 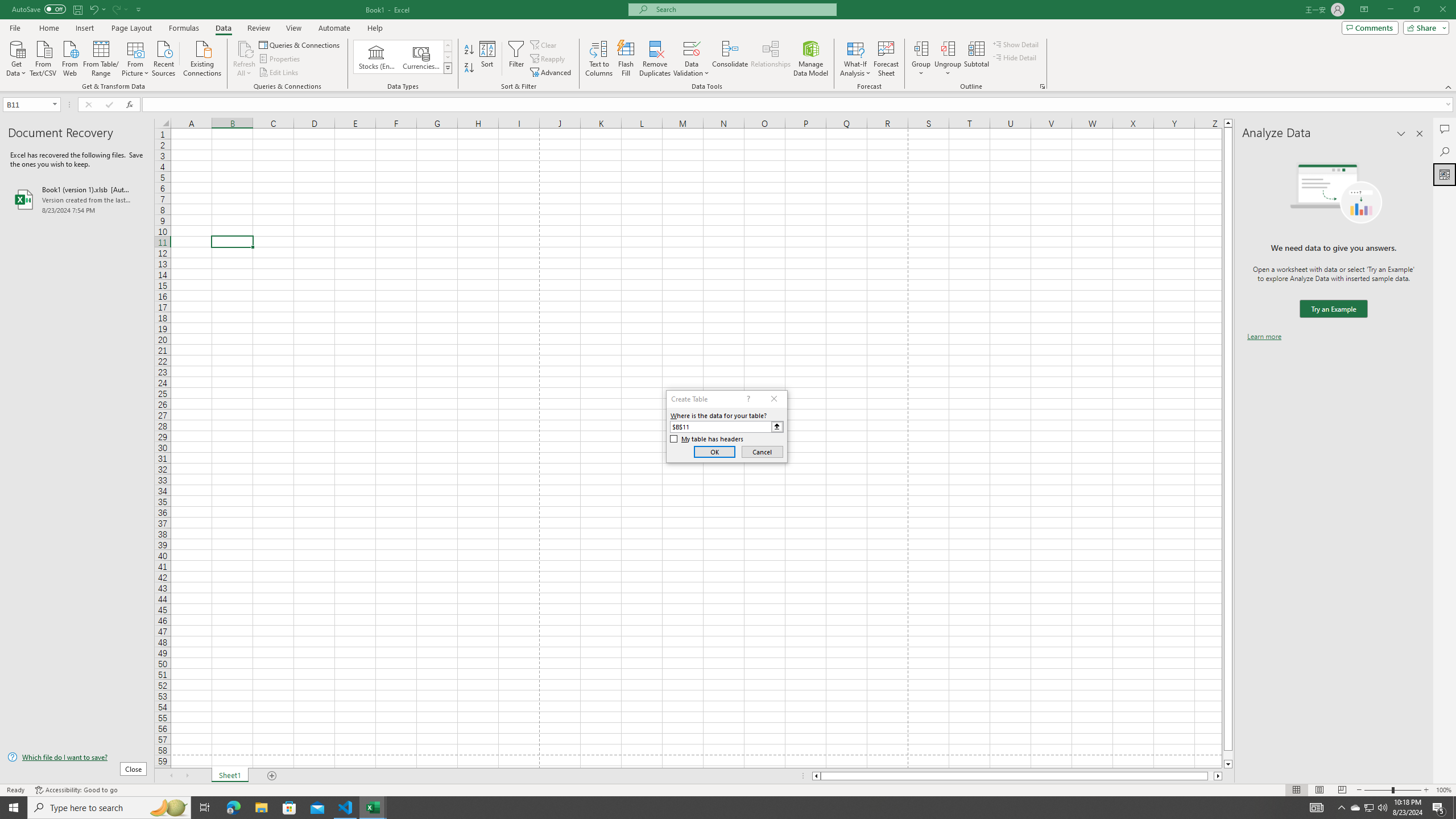 I want to click on 'Data', so click(x=222, y=28).